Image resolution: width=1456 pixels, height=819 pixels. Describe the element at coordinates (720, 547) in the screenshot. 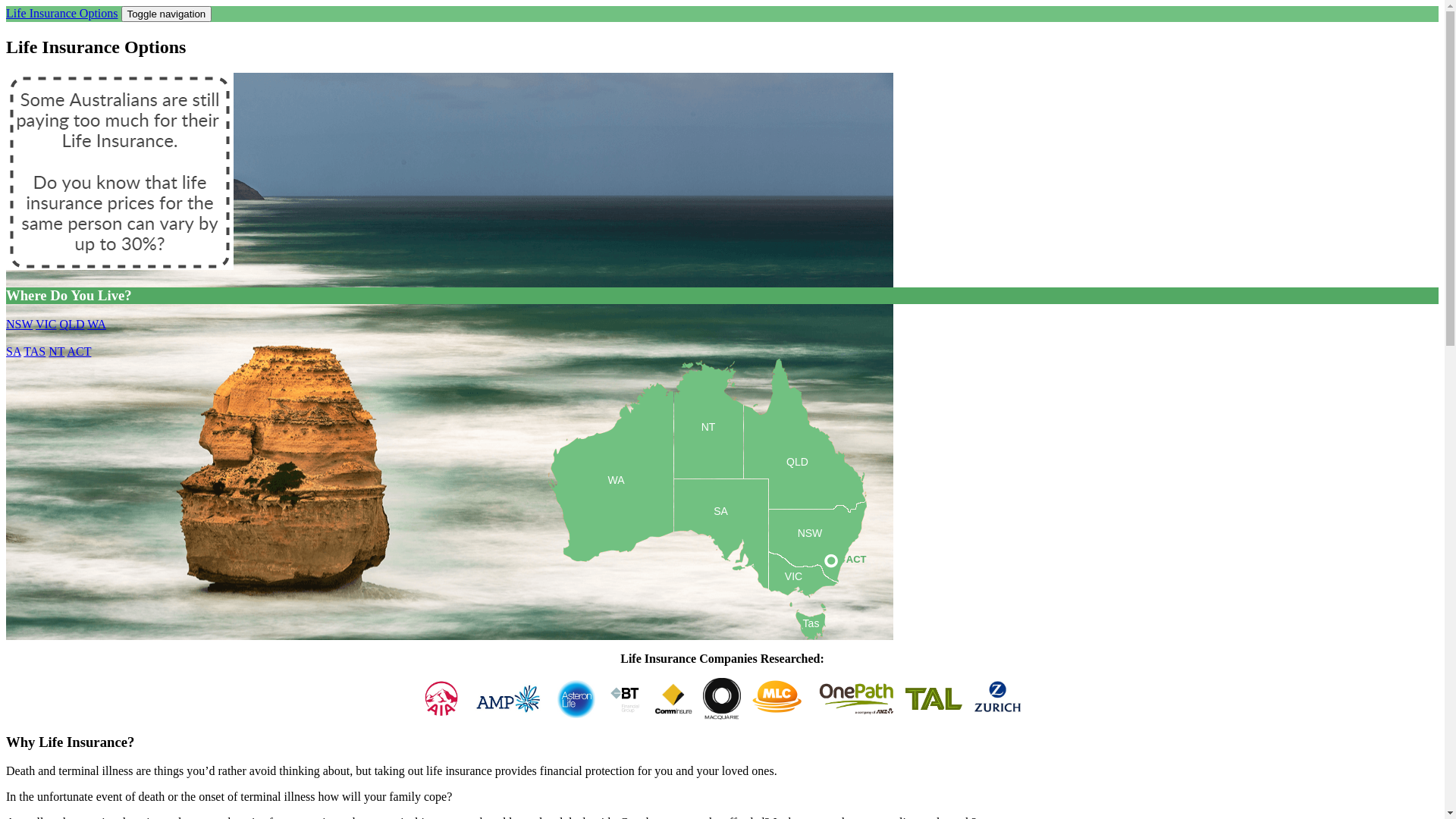

I see `'SA'` at that location.